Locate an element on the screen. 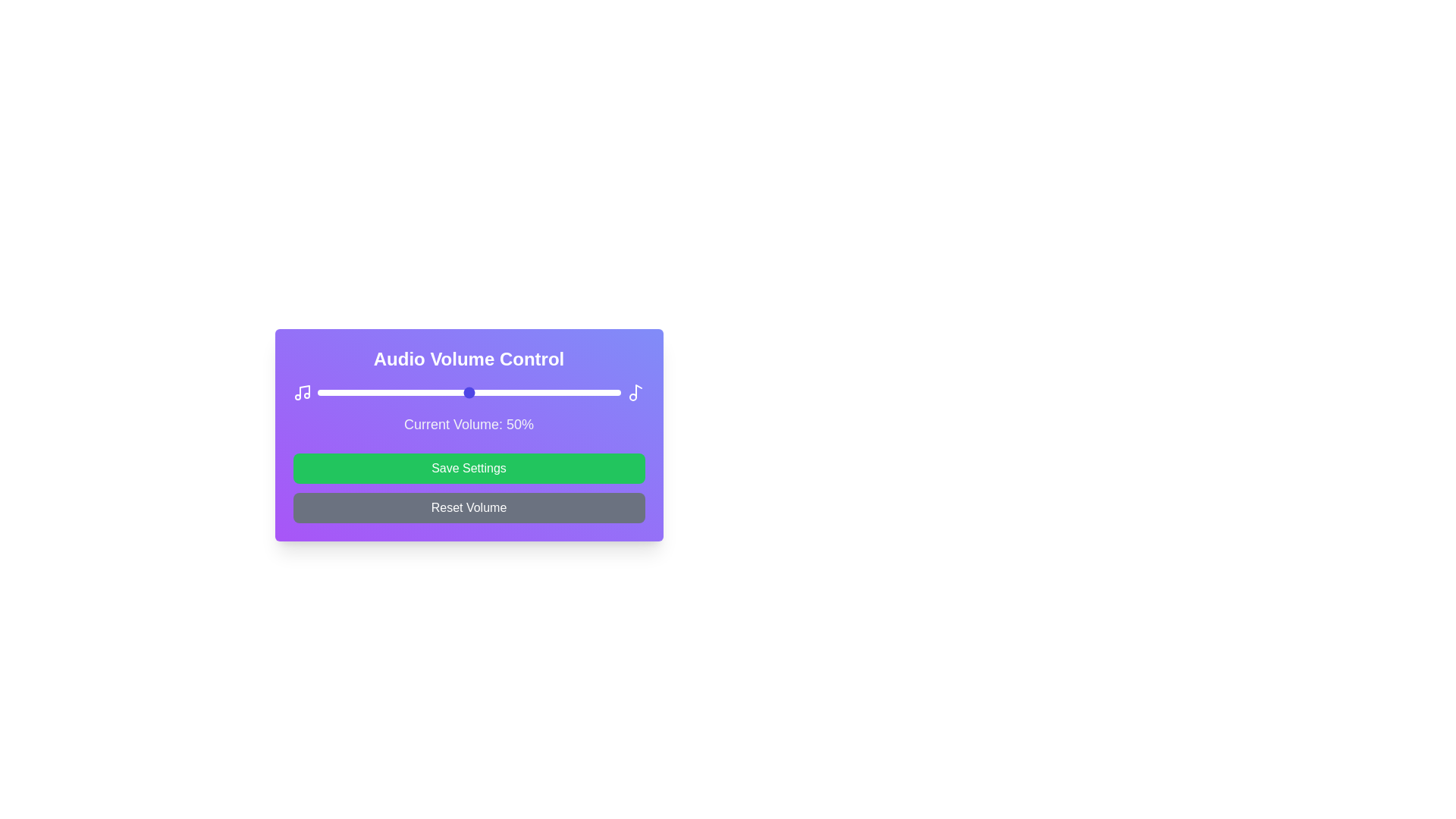 This screenshot has height=819, width=1456. the 'Save Settings' button is located at coordinates (468, 467).